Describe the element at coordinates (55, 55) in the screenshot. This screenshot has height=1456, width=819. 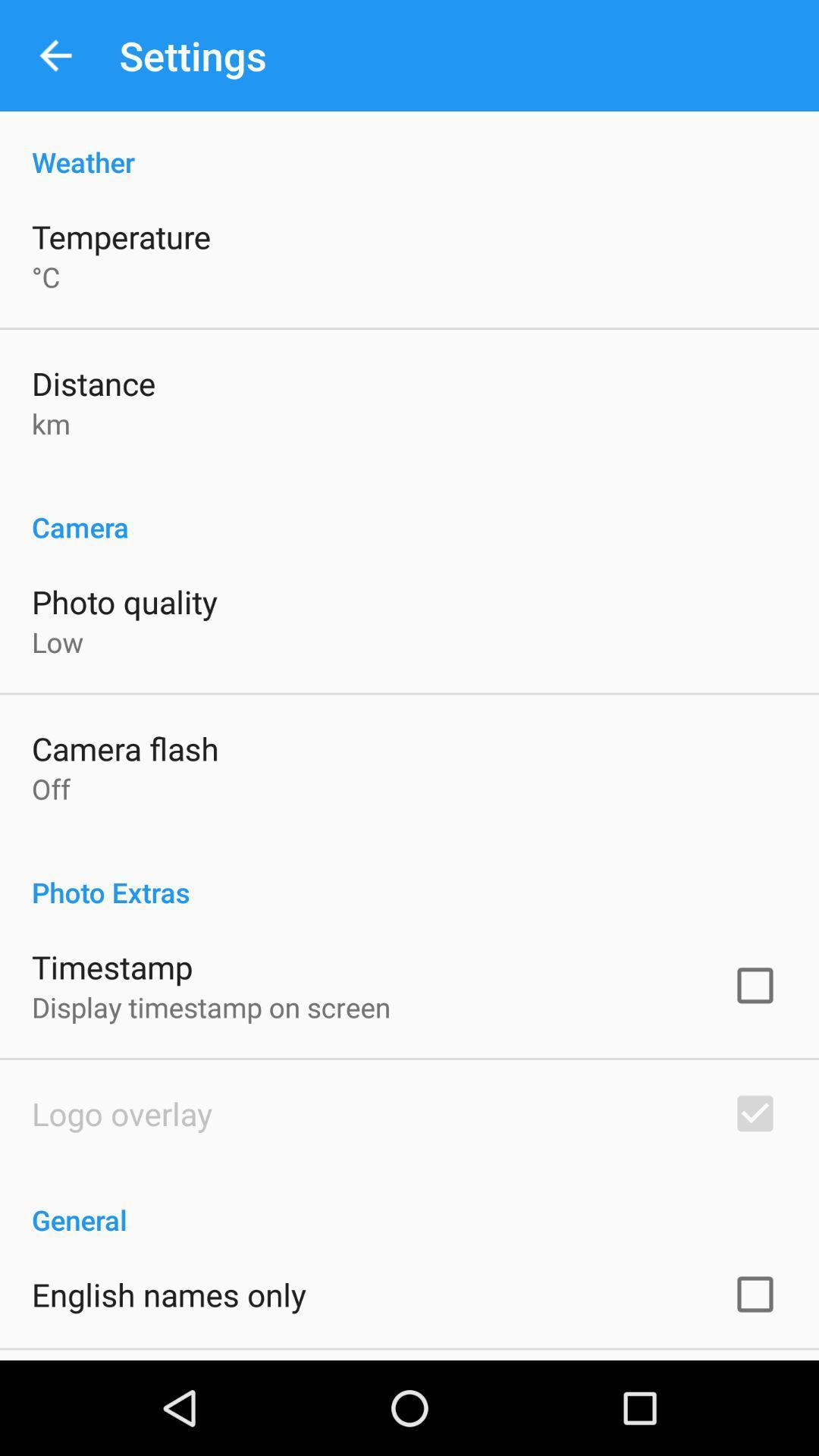
I see `app next to settings app` at that location.